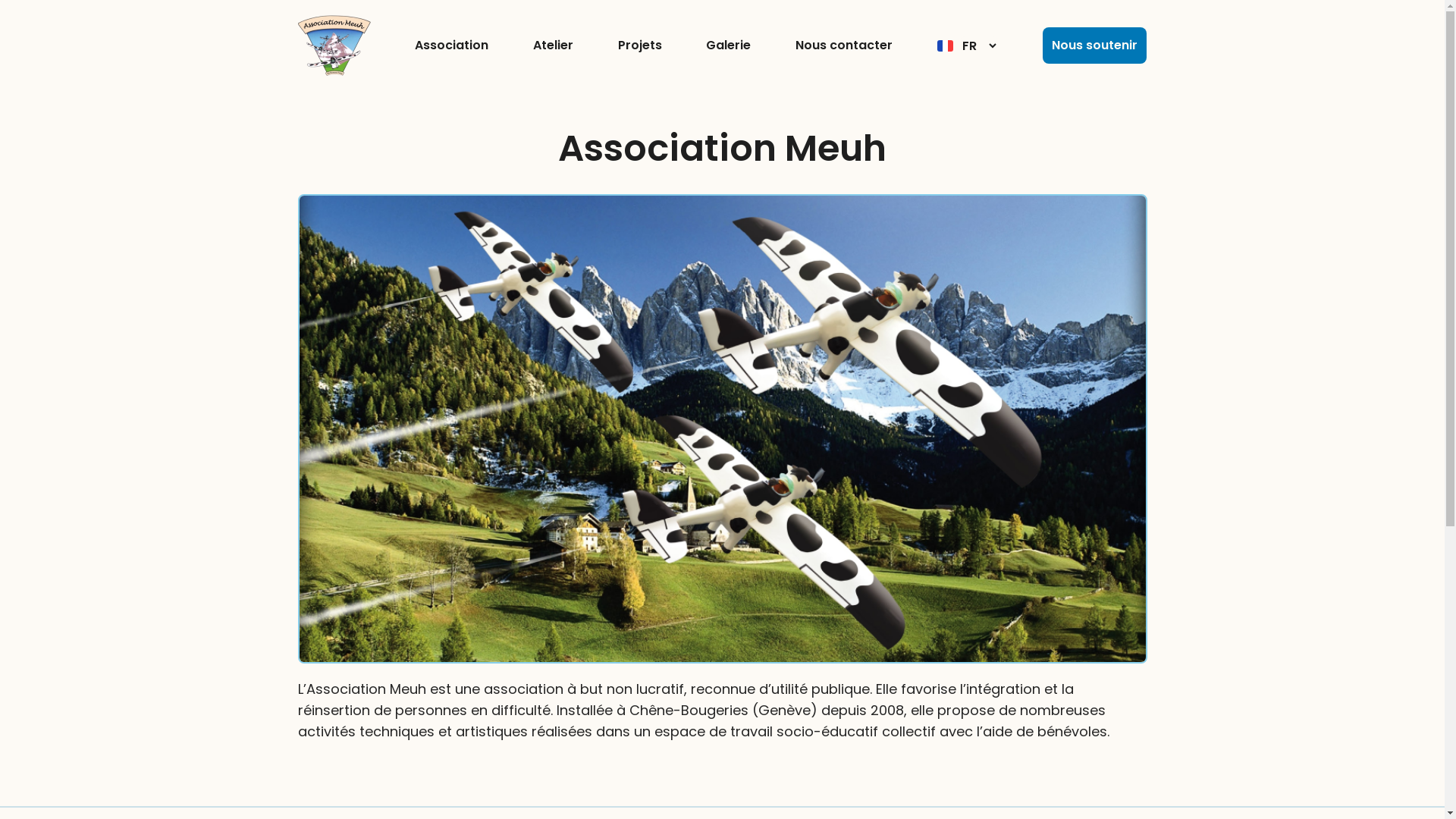 The height and width of the screenshot is (819, 1456). What do you see at coordinates (705, 45) in the screenshot?
I see `'Galerie'` at bounding box center [705, 45].